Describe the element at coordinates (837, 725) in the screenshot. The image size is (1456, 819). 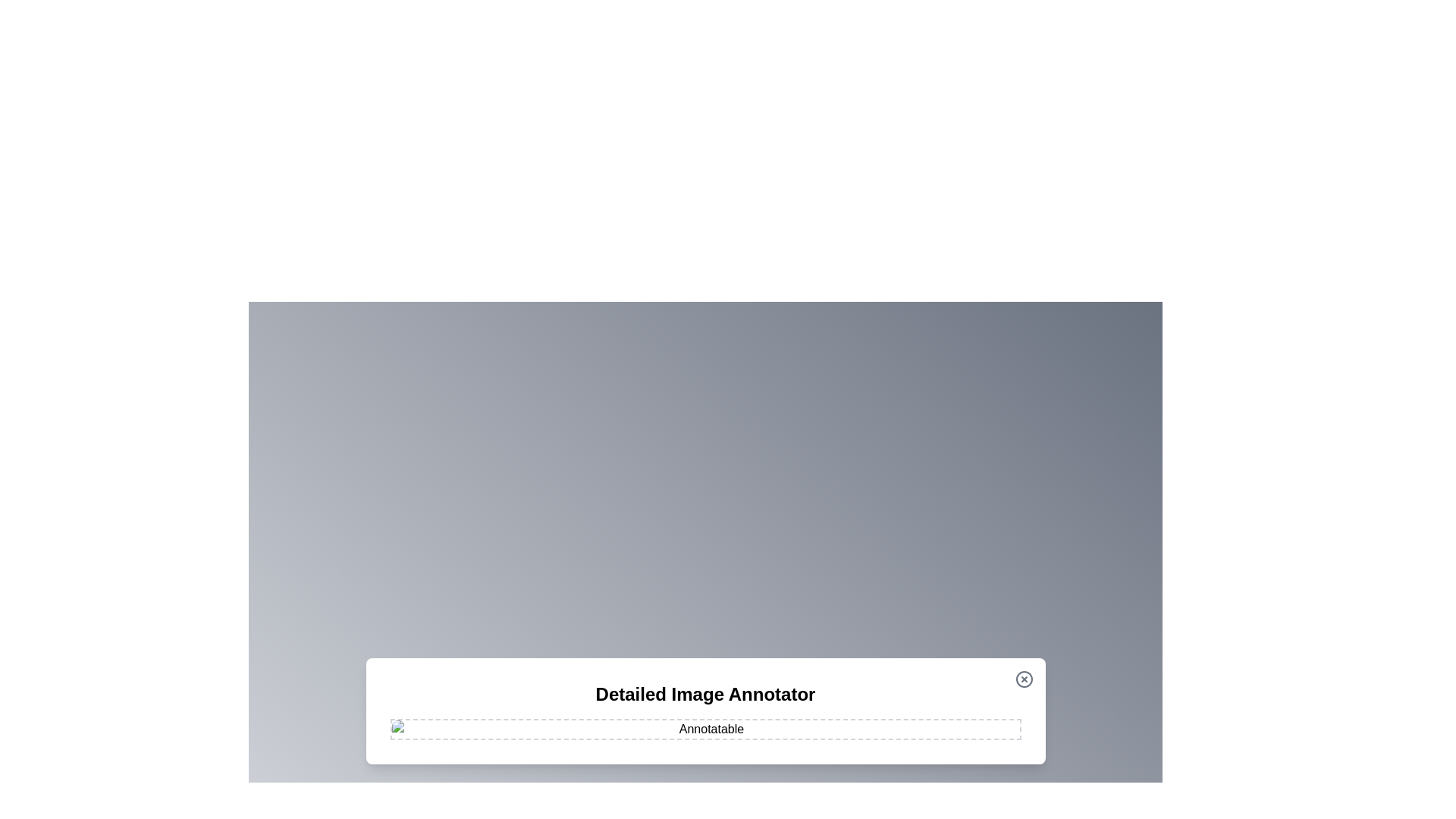
I see `the image at coordinates (1106, 958) to add an annotation` at that location.